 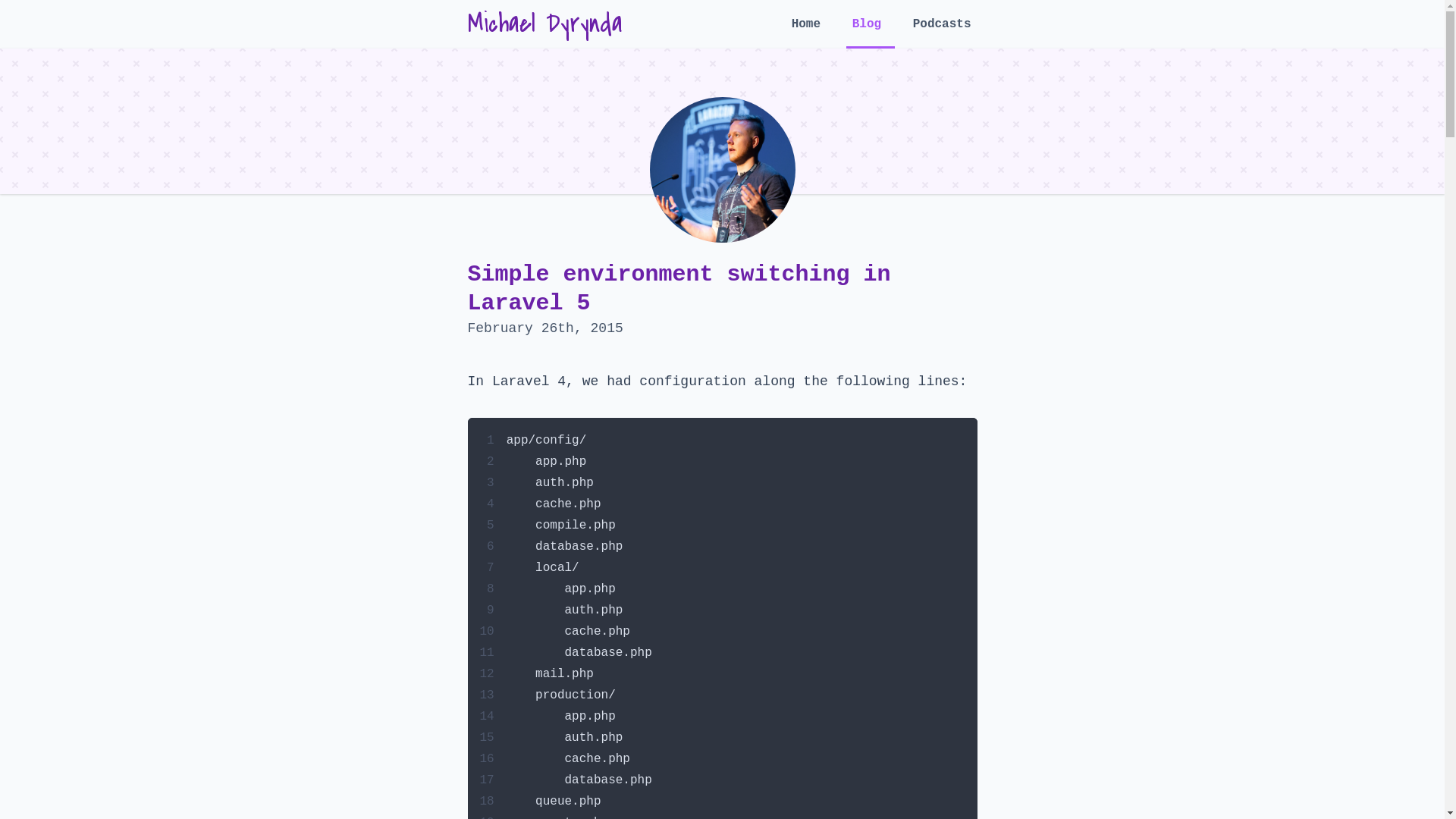 What do you see at coordinates (941, 32) in the screenshot?
I see `'Podcasts'` at bounding box center [941, 32].